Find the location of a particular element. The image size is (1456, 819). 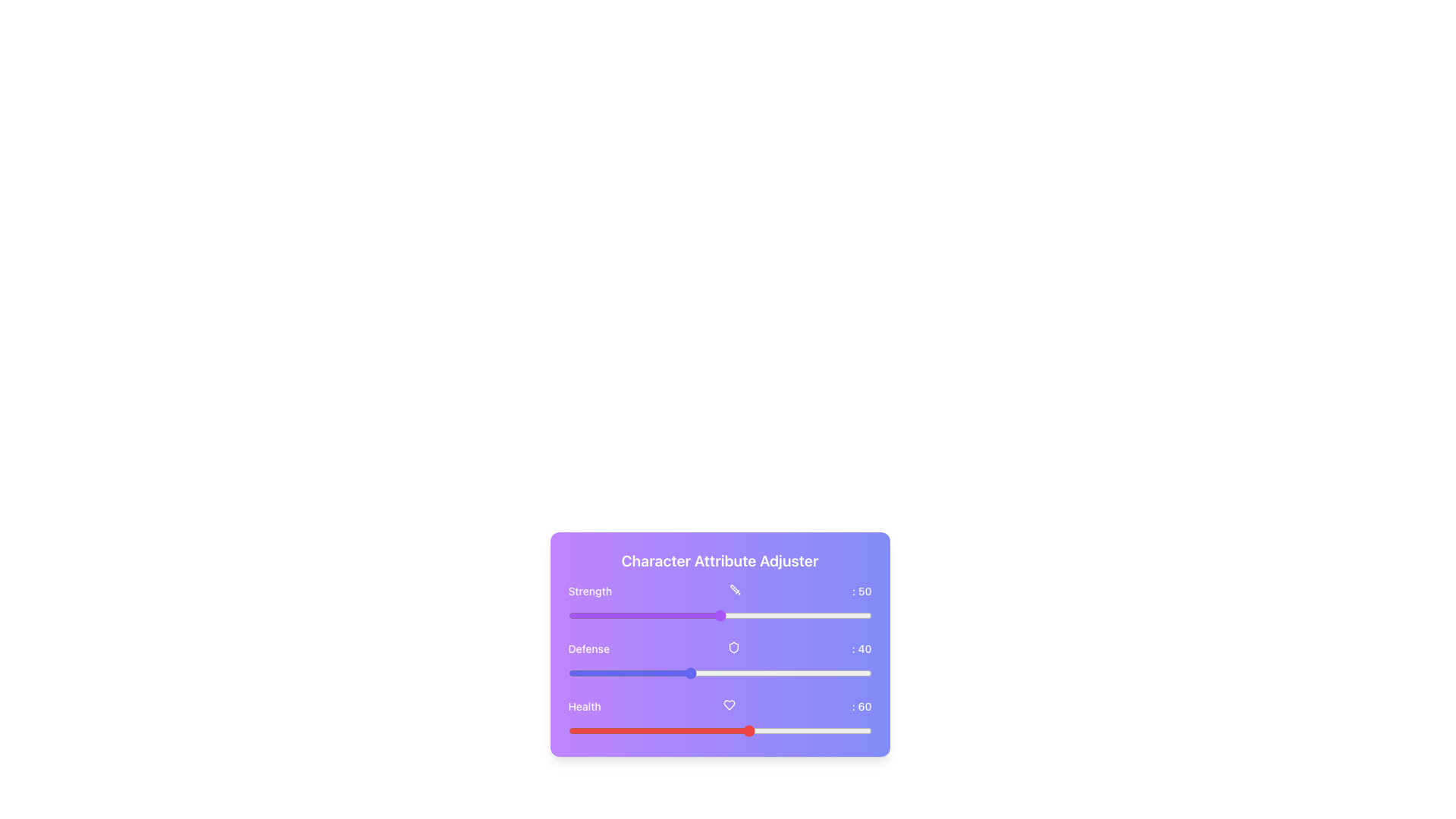

the slider value is located at coordinates (620, 672).